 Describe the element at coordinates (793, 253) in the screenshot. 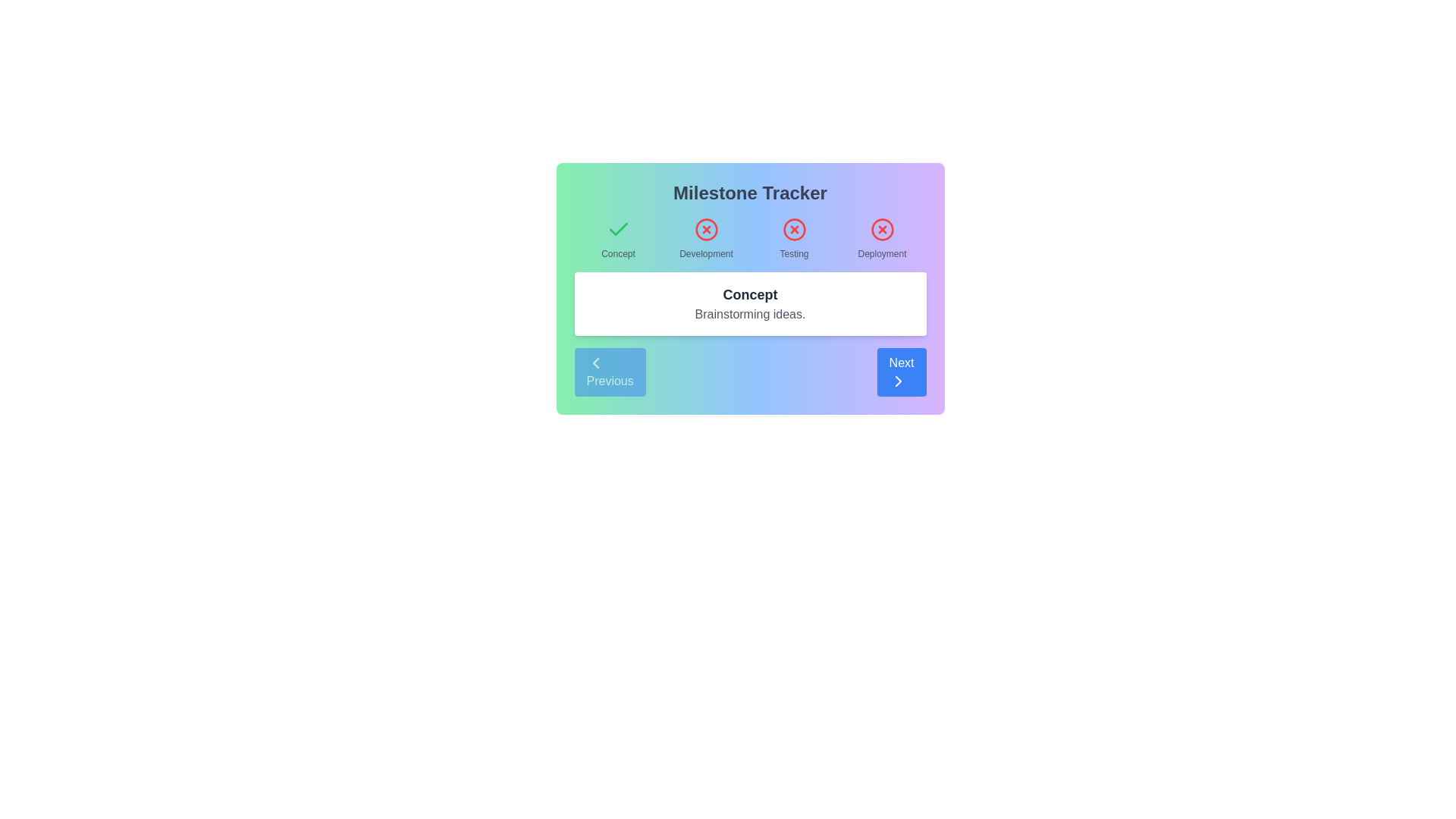

I see `the static text label indicating the 'Testing' phase in the milestone tracker, which is centrally positioned beneath its corresponding icon` at that location.